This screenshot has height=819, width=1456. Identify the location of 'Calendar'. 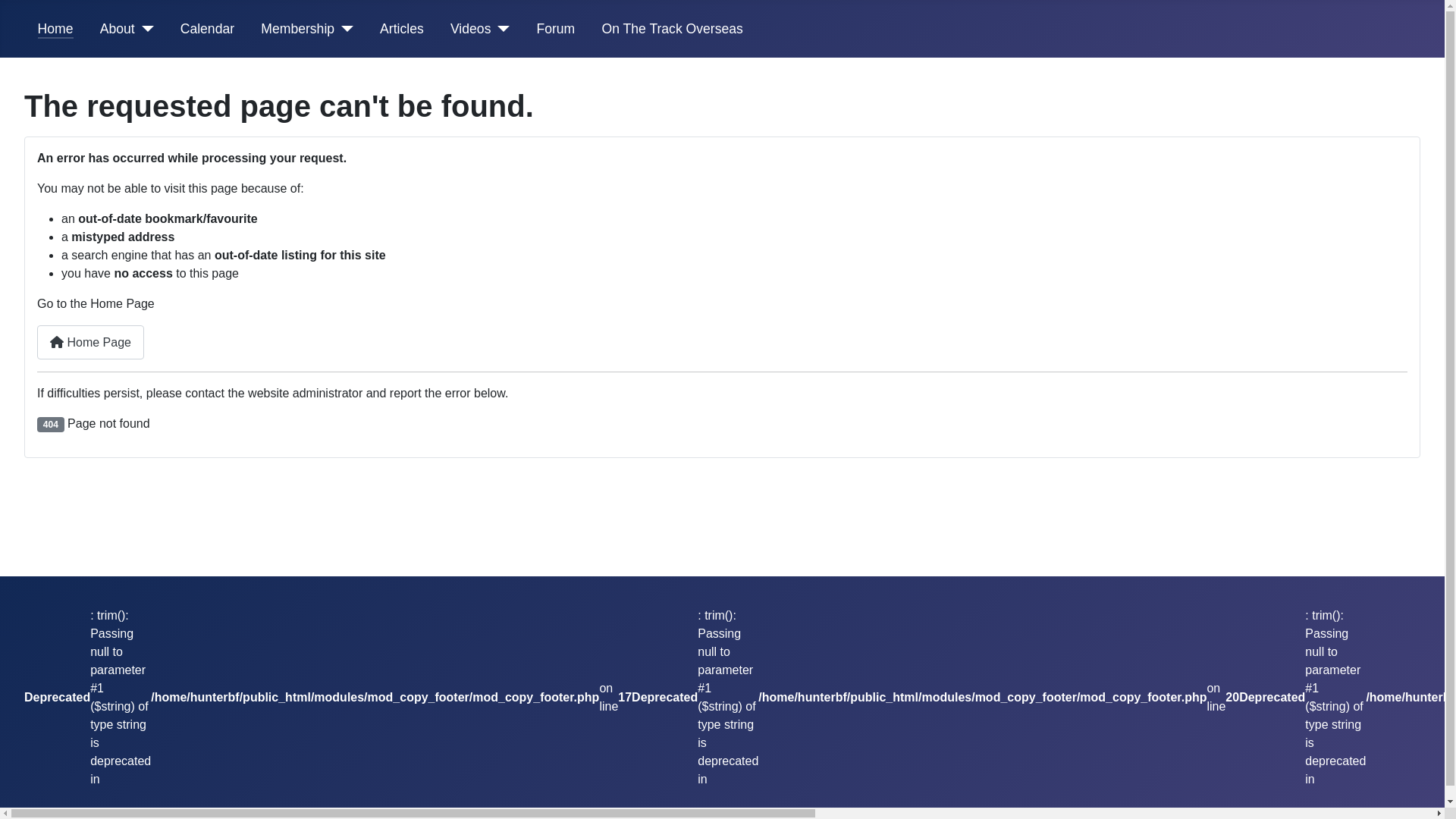
(206, 29).